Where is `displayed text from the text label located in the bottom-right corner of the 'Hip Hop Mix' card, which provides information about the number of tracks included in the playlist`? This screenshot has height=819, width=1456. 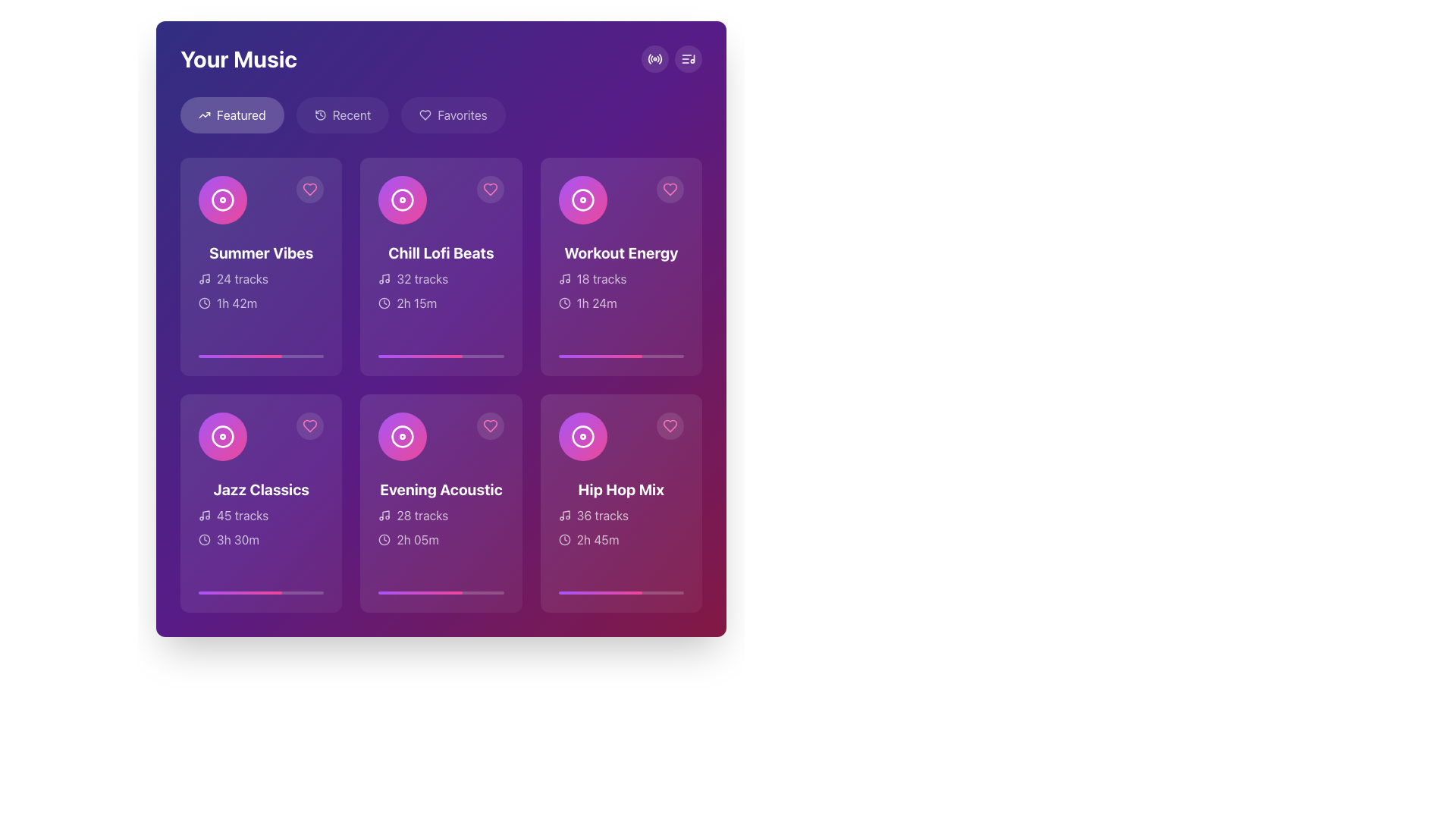 displayed text from the text label located in the bottom-right corner of the 'Hip Hop Mix' card, which provides information about the number of tracks included in the playlist is located at coordinates (601, 514).